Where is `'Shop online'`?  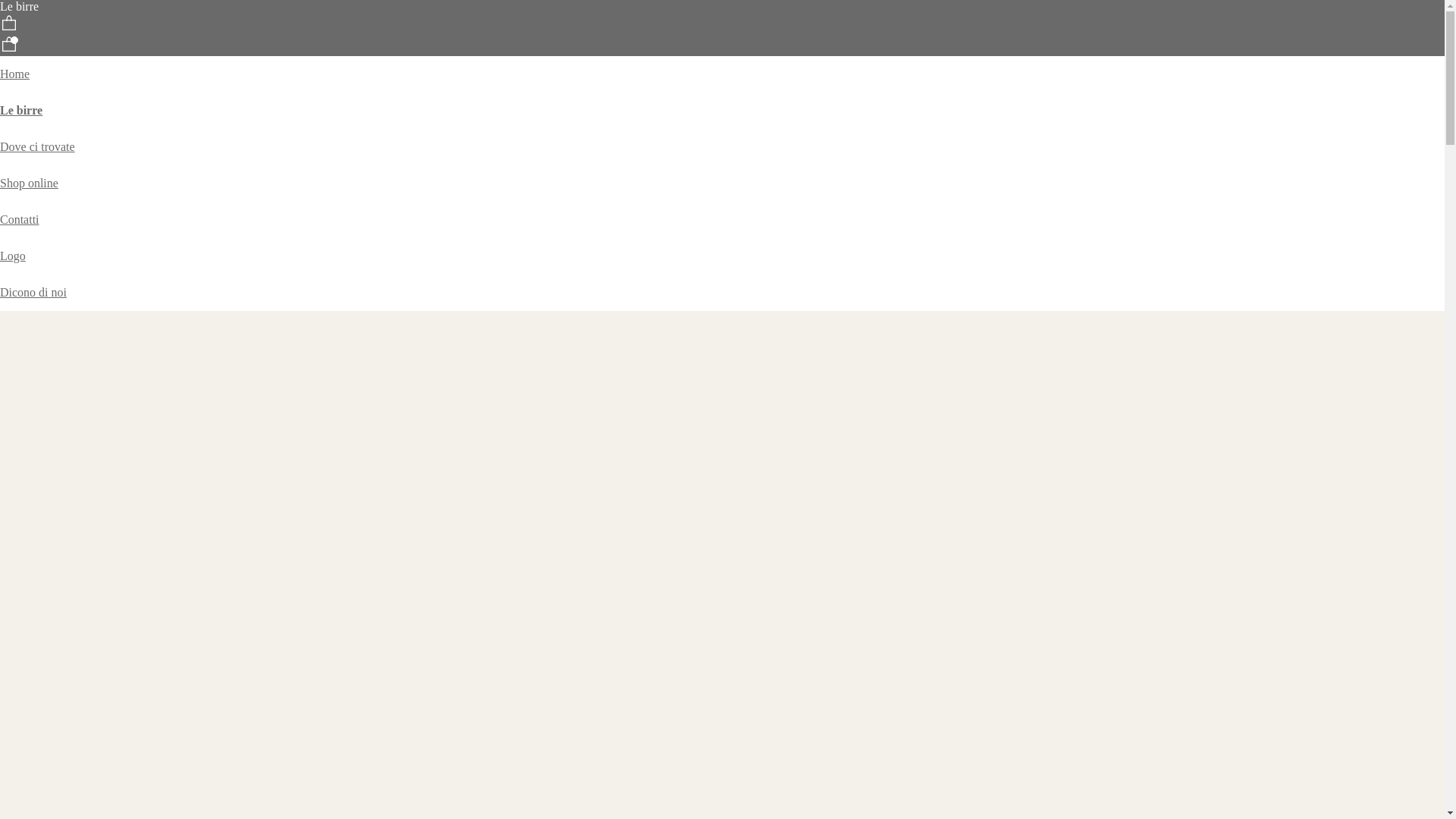 'Shop online' is located at coordinates (0, 182).